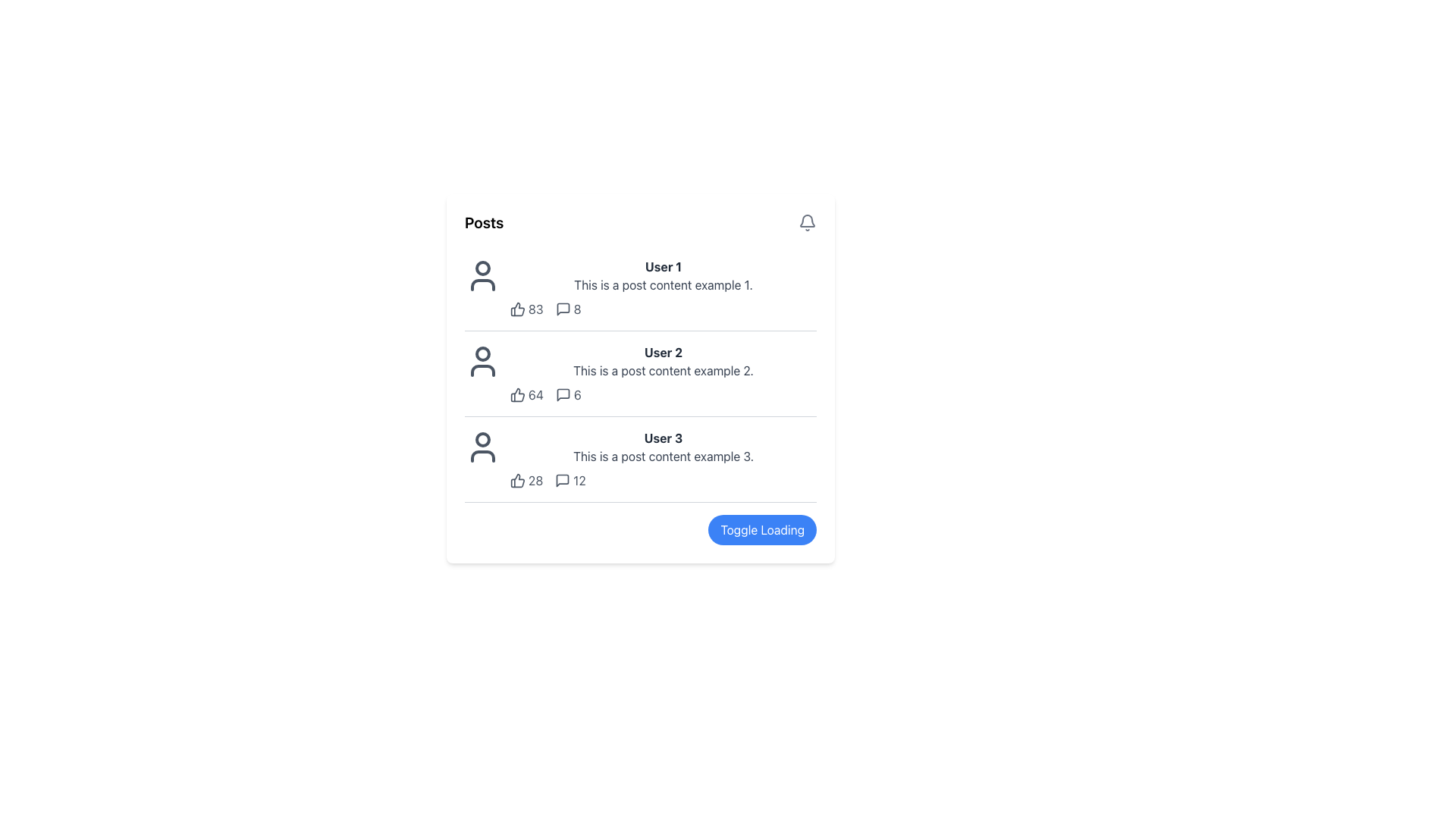 The width and height of the screenshot is (1456, 819). What do you see at coordinates (570, 480) in the screenshot?
I see `the chat bubble icon with the number '12'` at bounding box center [570, 480].